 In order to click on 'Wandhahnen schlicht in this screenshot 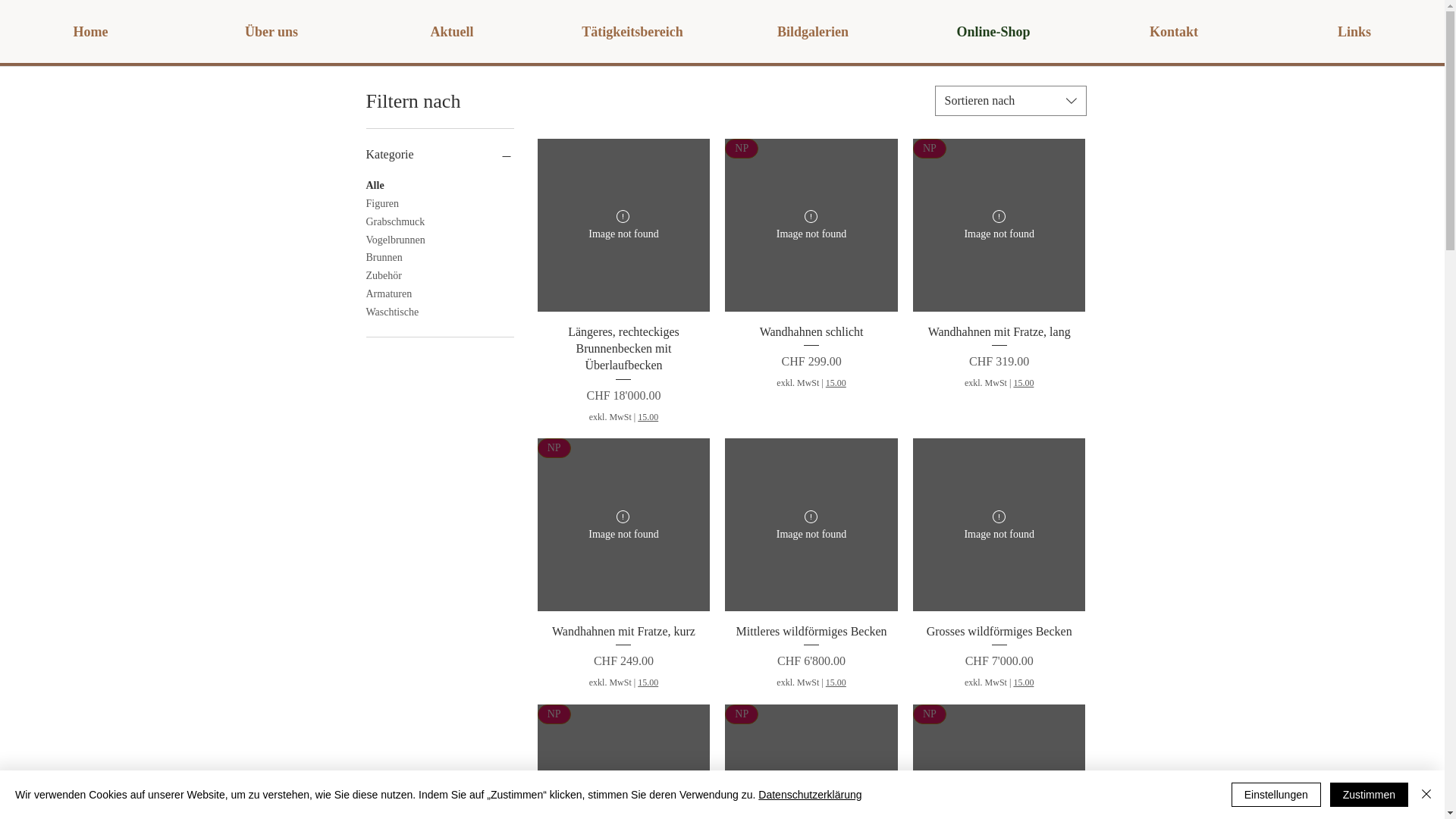, I will do `click(723, 225)`.